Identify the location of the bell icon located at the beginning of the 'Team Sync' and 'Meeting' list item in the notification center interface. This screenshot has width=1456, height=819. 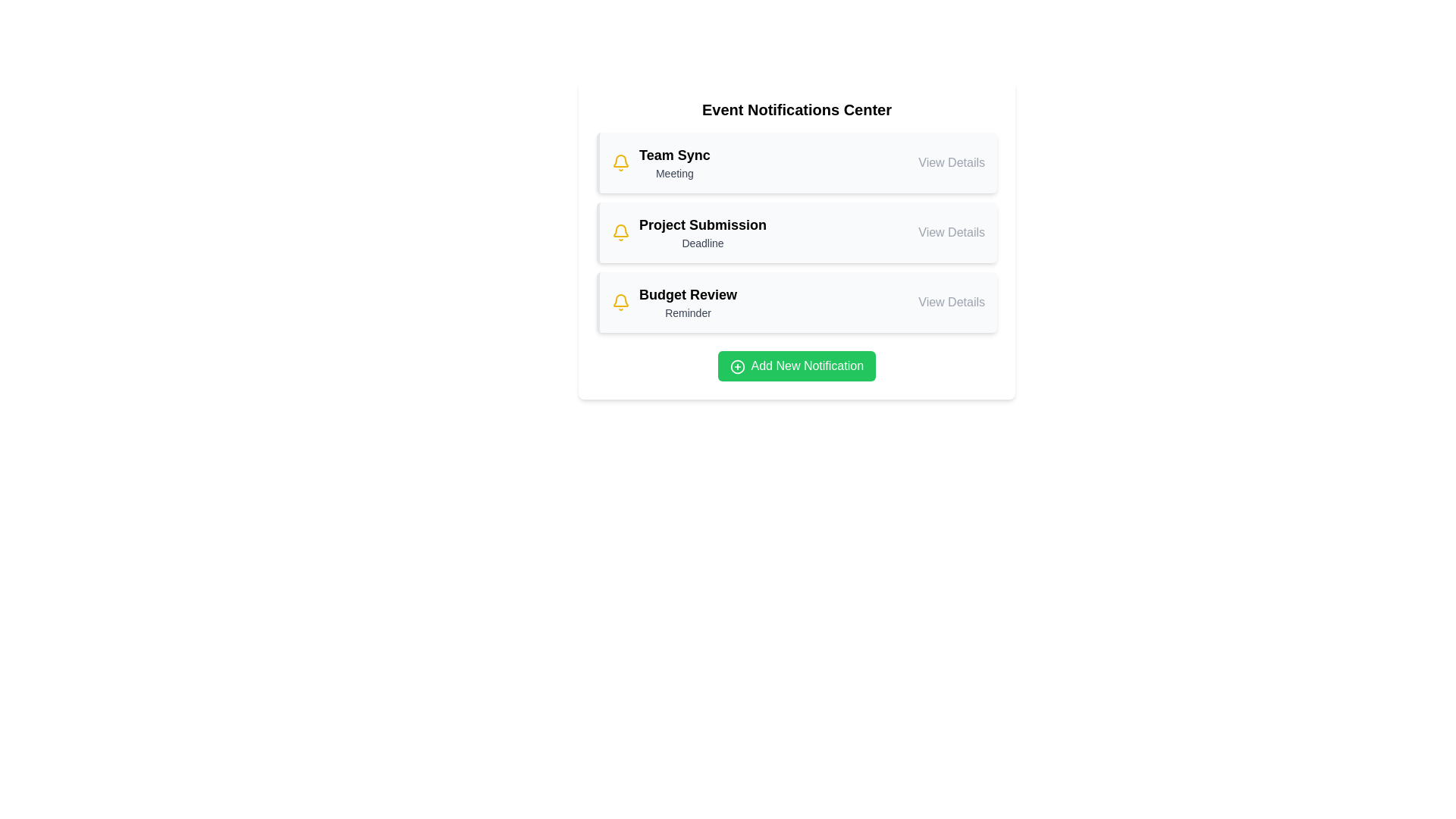
(621, 163).